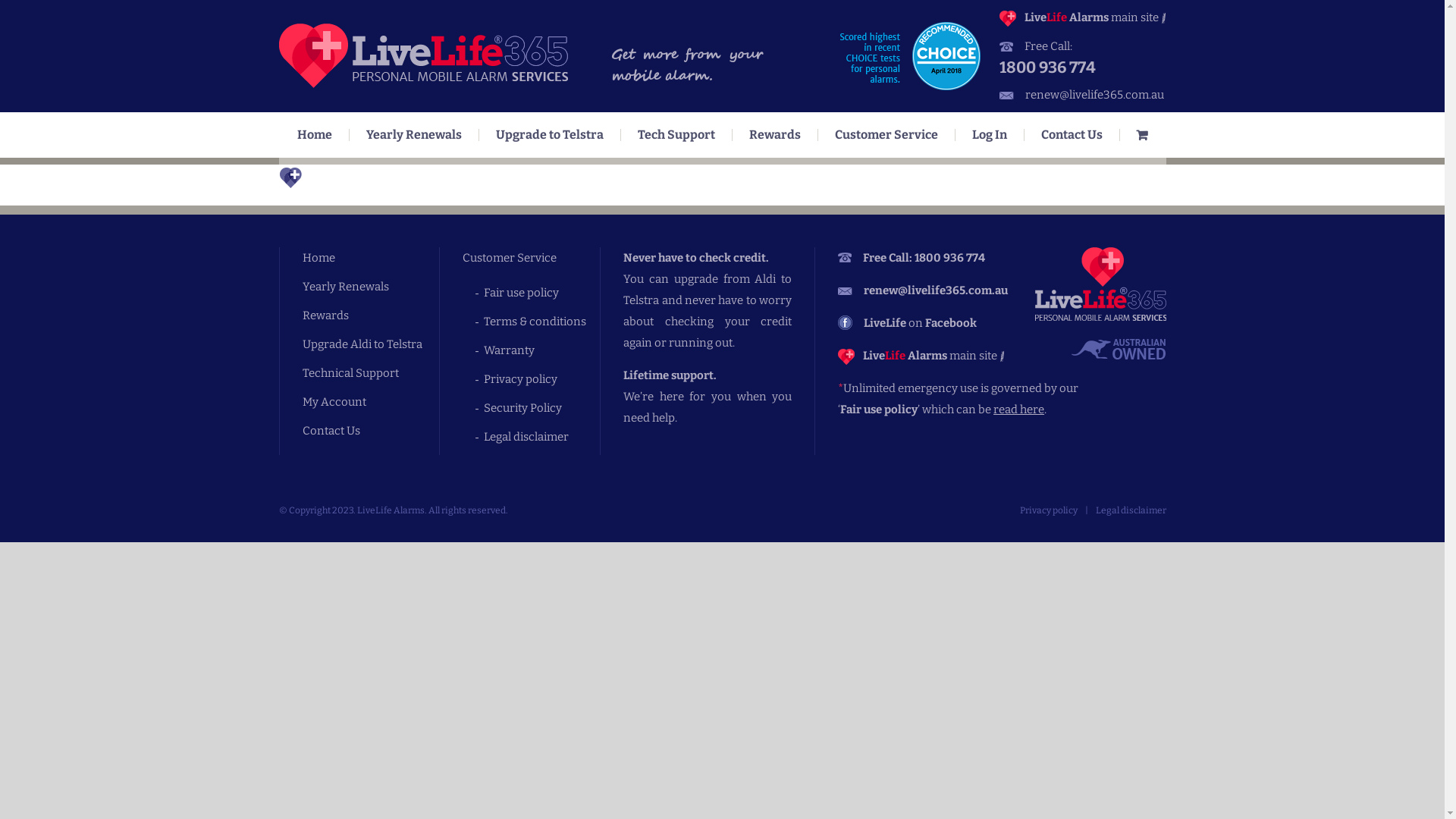 This screenshot has height=819, width=1456. Describe the element at coordinates (1130, 510) in the screenshot. I see `'Legal disclaimer'` at that location.